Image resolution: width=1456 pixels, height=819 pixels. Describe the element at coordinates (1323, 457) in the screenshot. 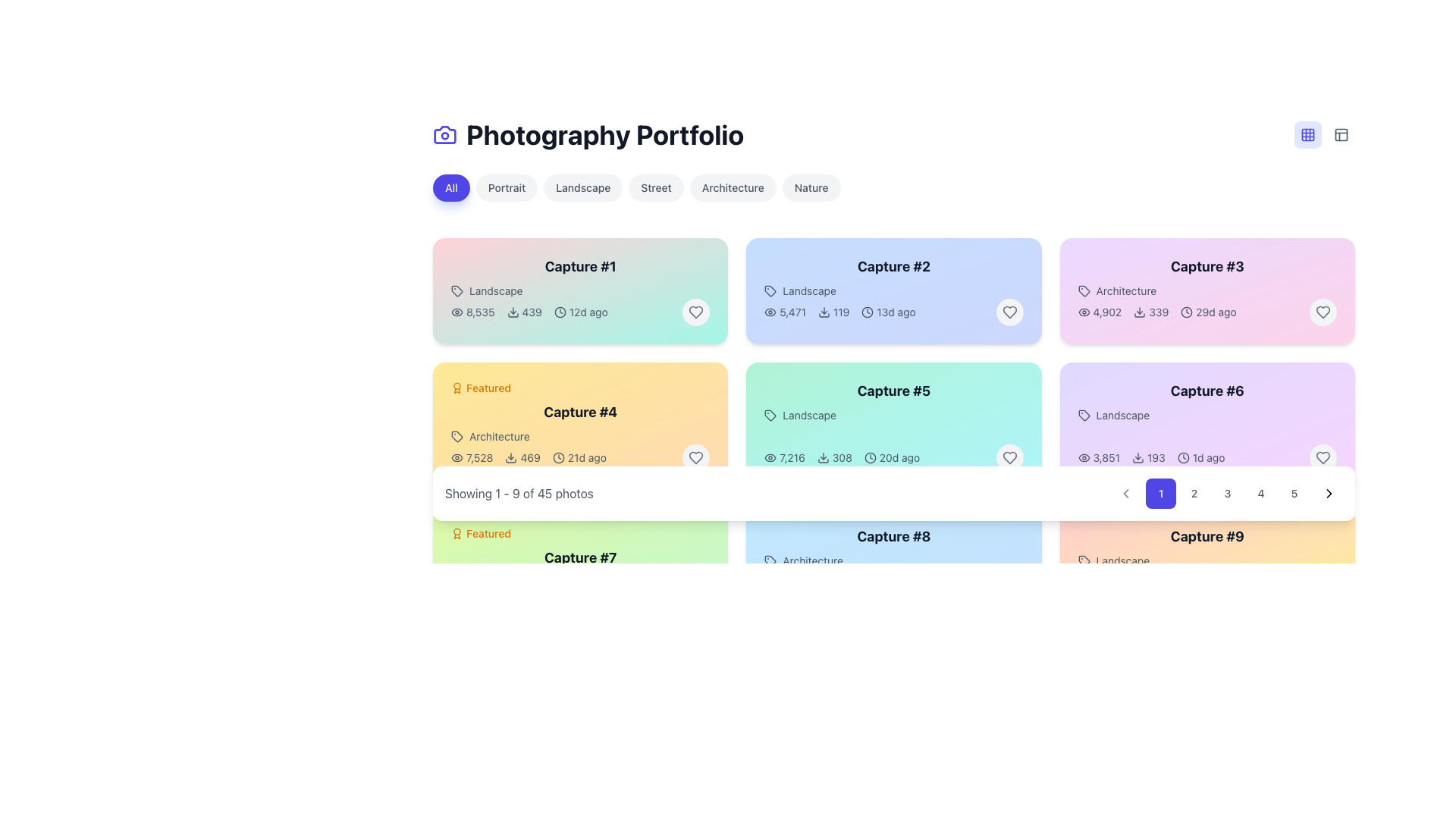

I see `the small circular button with a heart icon located` at that location.